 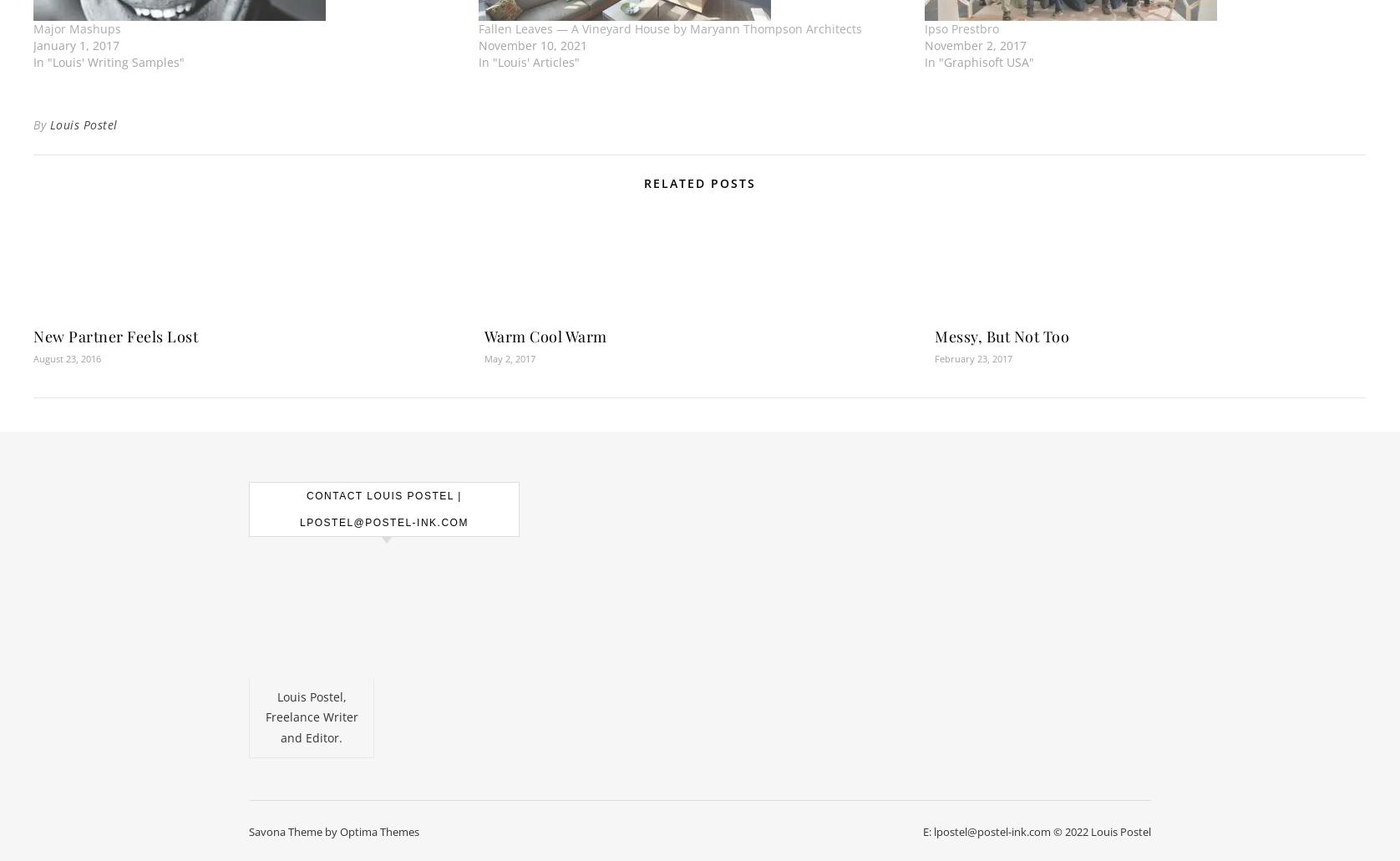 What do you see at coordinates (67, 358) in the screenshot?
I see `'August 23, 2016'` at bounding box center [67, 358].